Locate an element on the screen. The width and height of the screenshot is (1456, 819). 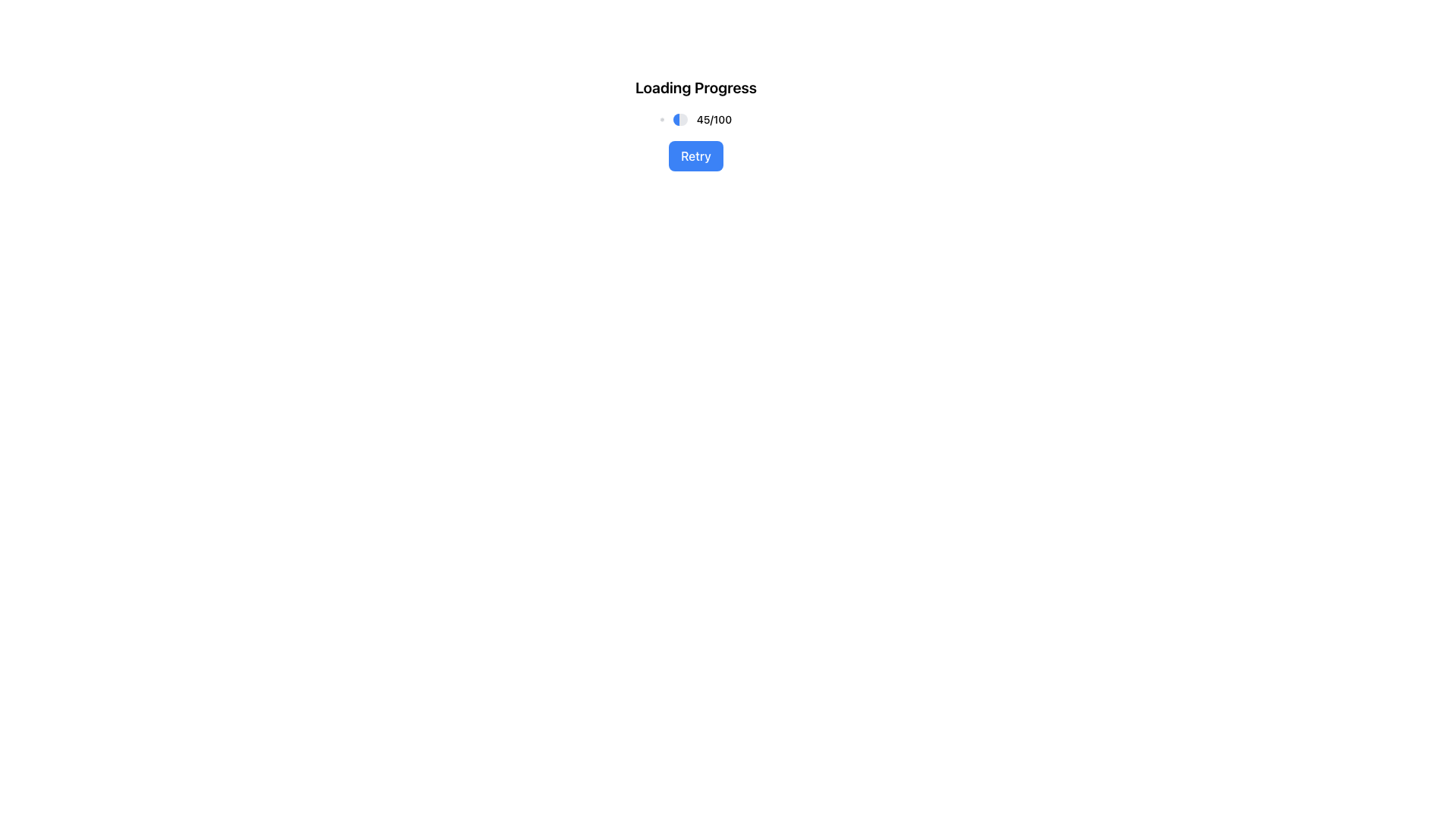
the retry button located below the progress indicators is located at coordinates (695, 155).